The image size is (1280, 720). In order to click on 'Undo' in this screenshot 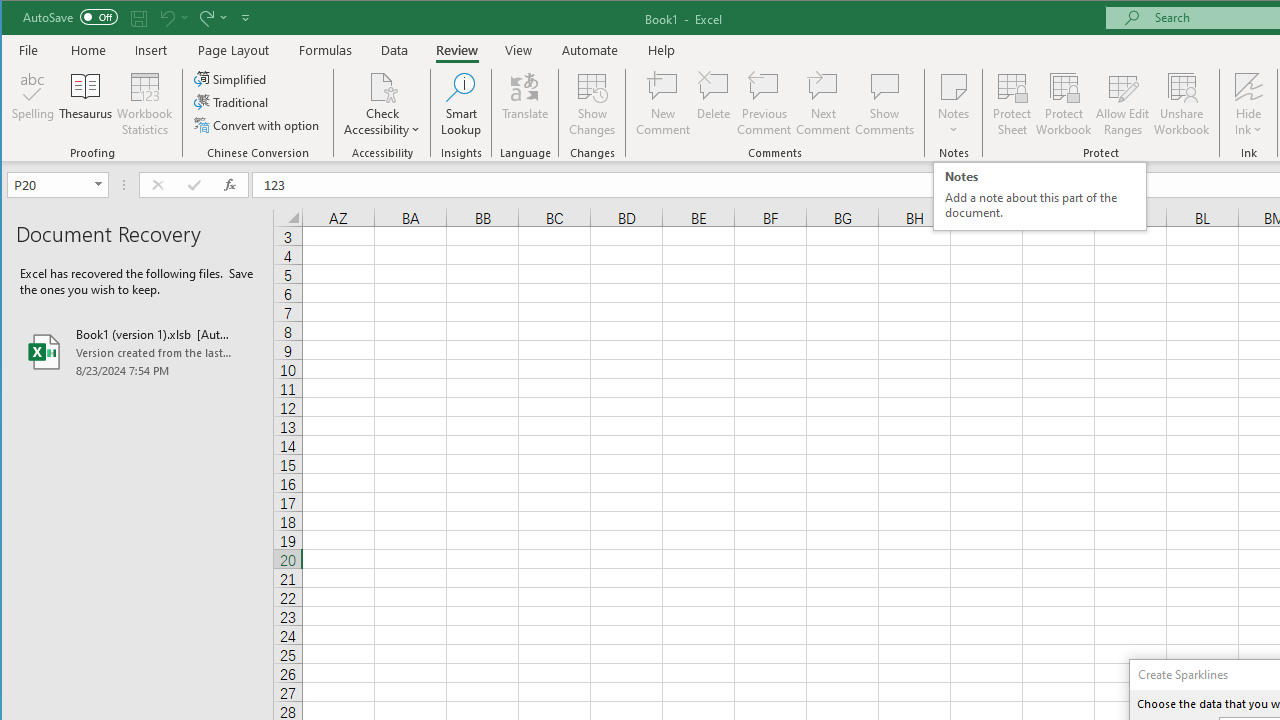, I will do `click(172, 17)`.